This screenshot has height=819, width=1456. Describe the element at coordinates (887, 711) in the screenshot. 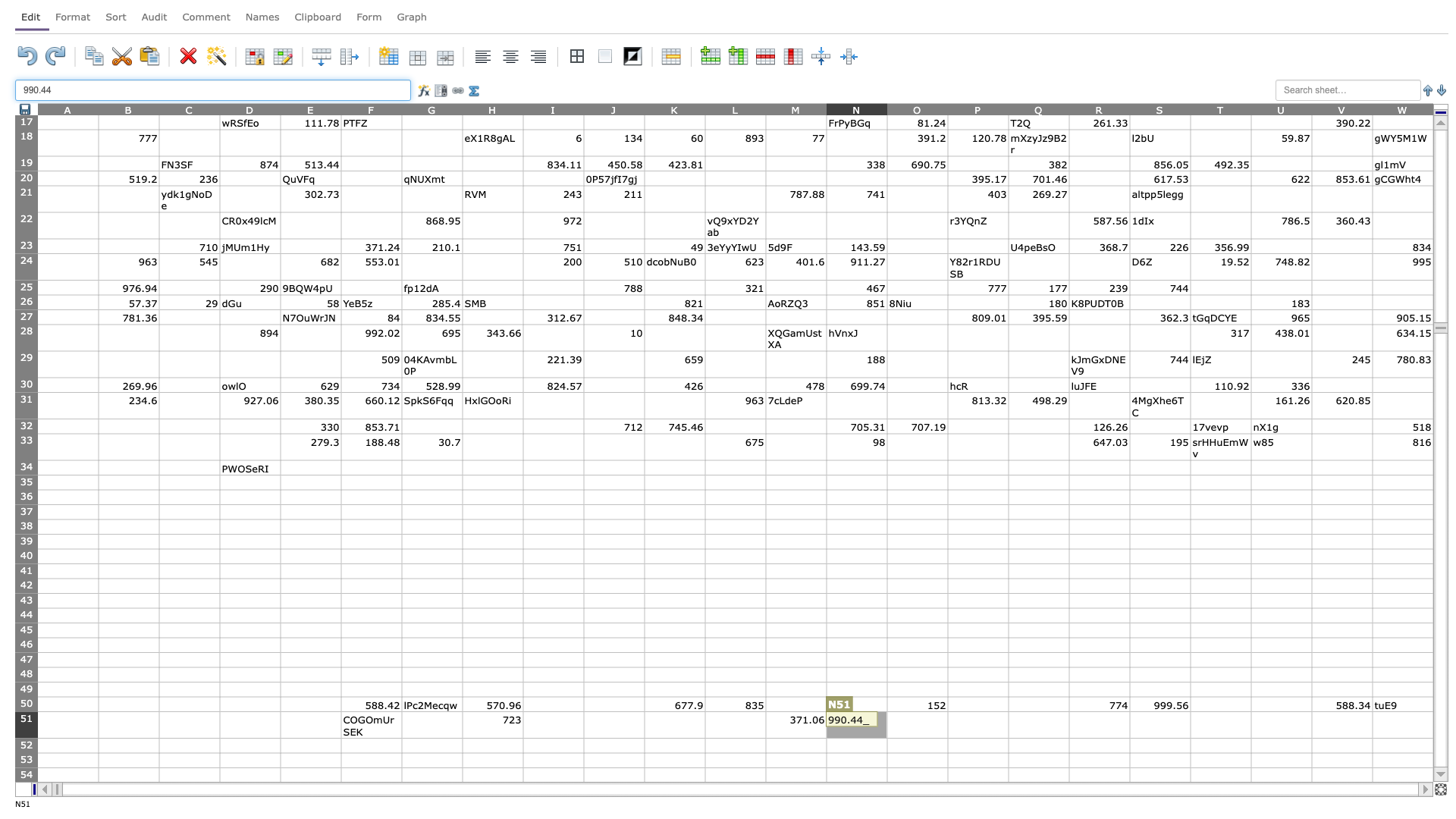

I see `Upper left of O51` at that location.